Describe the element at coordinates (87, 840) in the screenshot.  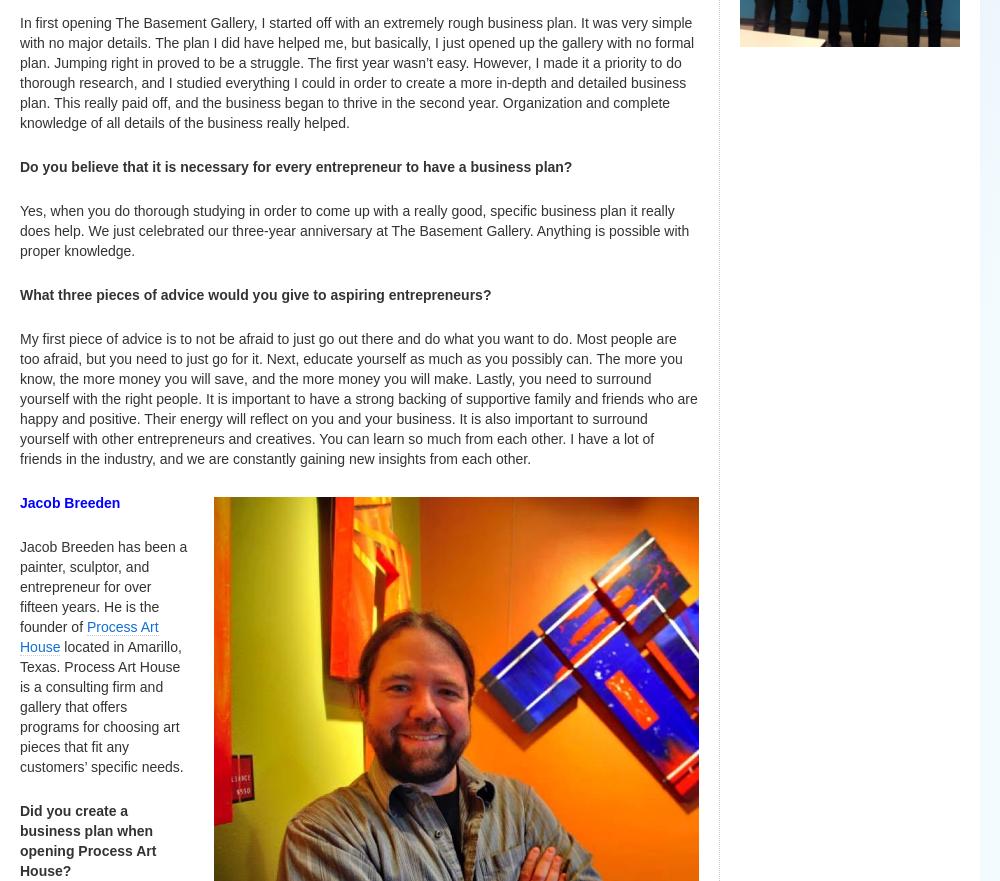
I see `'Did you create a business plan when opening Process Art House?'` at that location.